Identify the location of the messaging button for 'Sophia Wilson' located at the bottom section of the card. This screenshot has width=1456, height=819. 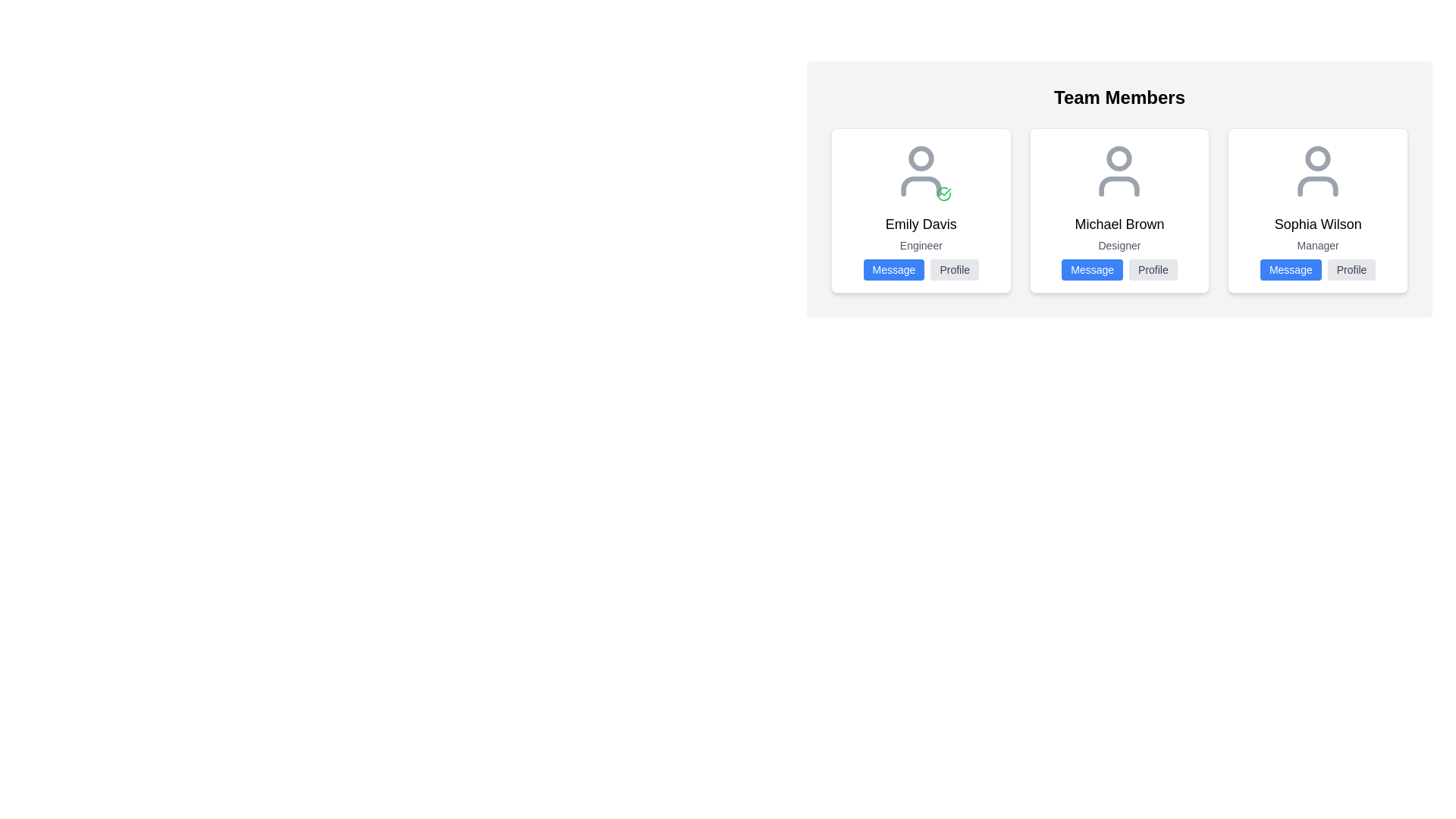
(1290, 268).